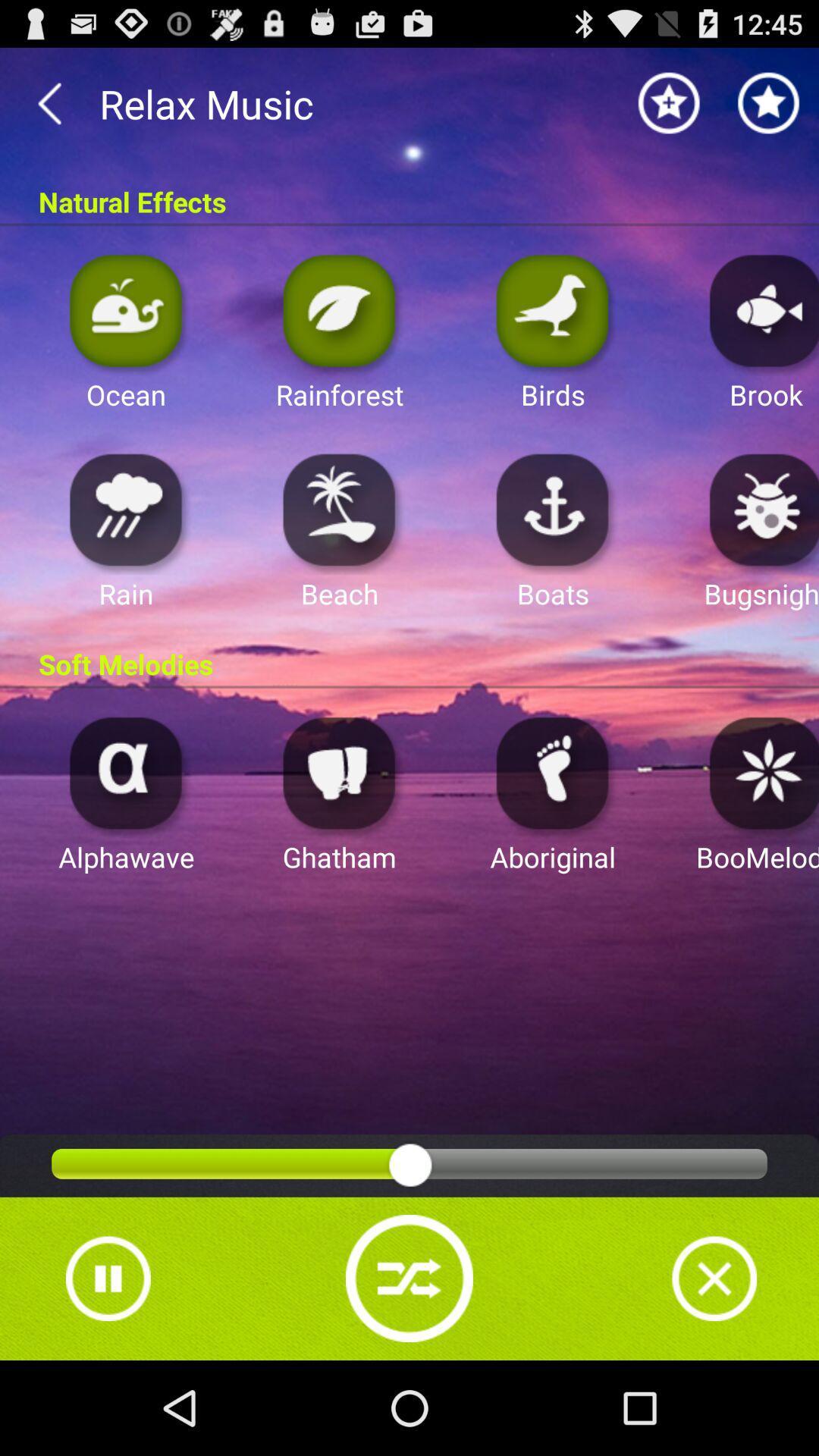  What do you see at coordinates (769, 110) in the screenshot?
I see `the star icon` at bounding box center [769, 110].